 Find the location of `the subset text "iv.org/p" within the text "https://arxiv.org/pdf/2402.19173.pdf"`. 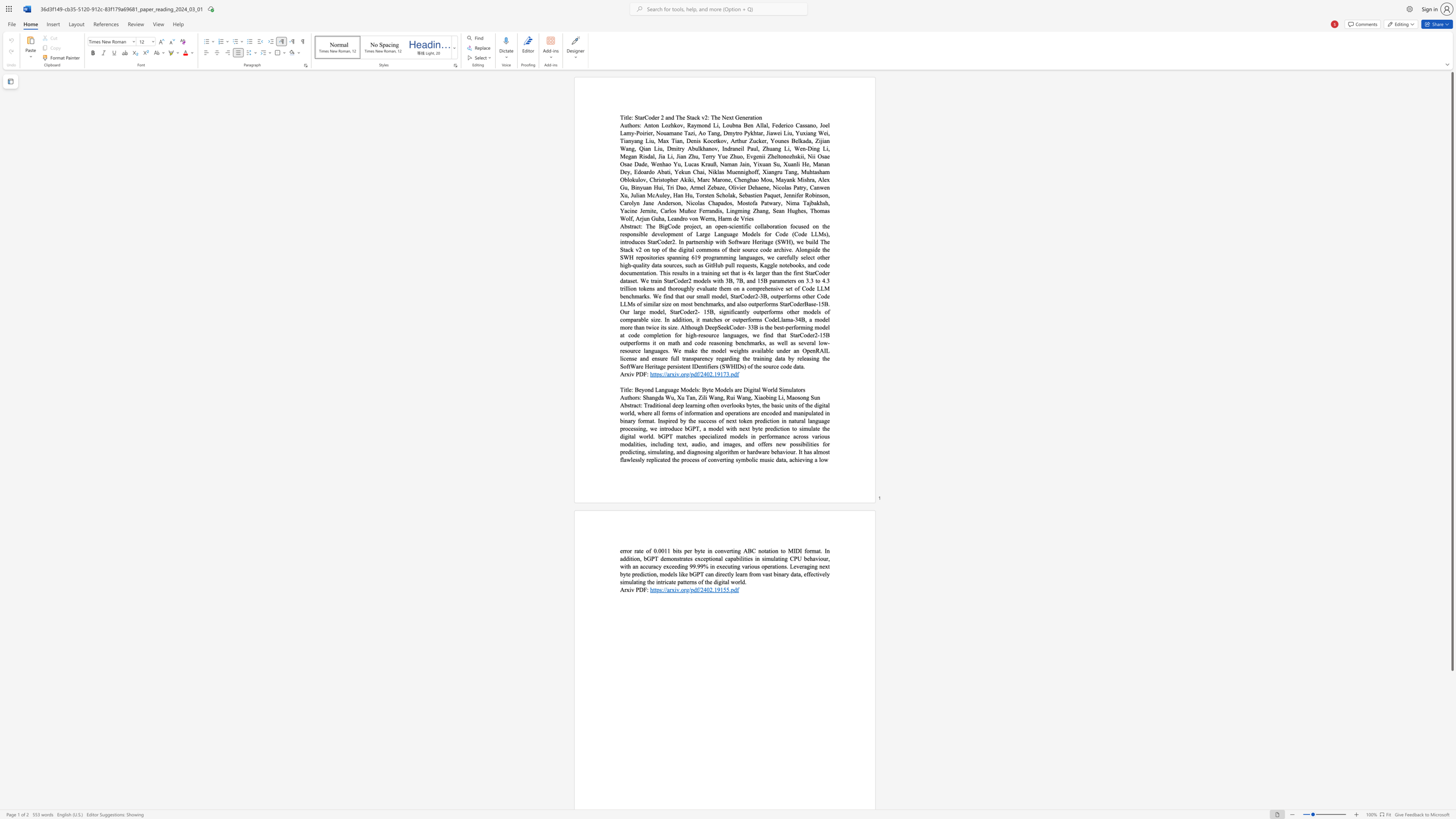

the subset text "iv.org/p" within the text "https://arxiv.org/pdf/2402.19173.pdf" is located at coordinates (674, 374).